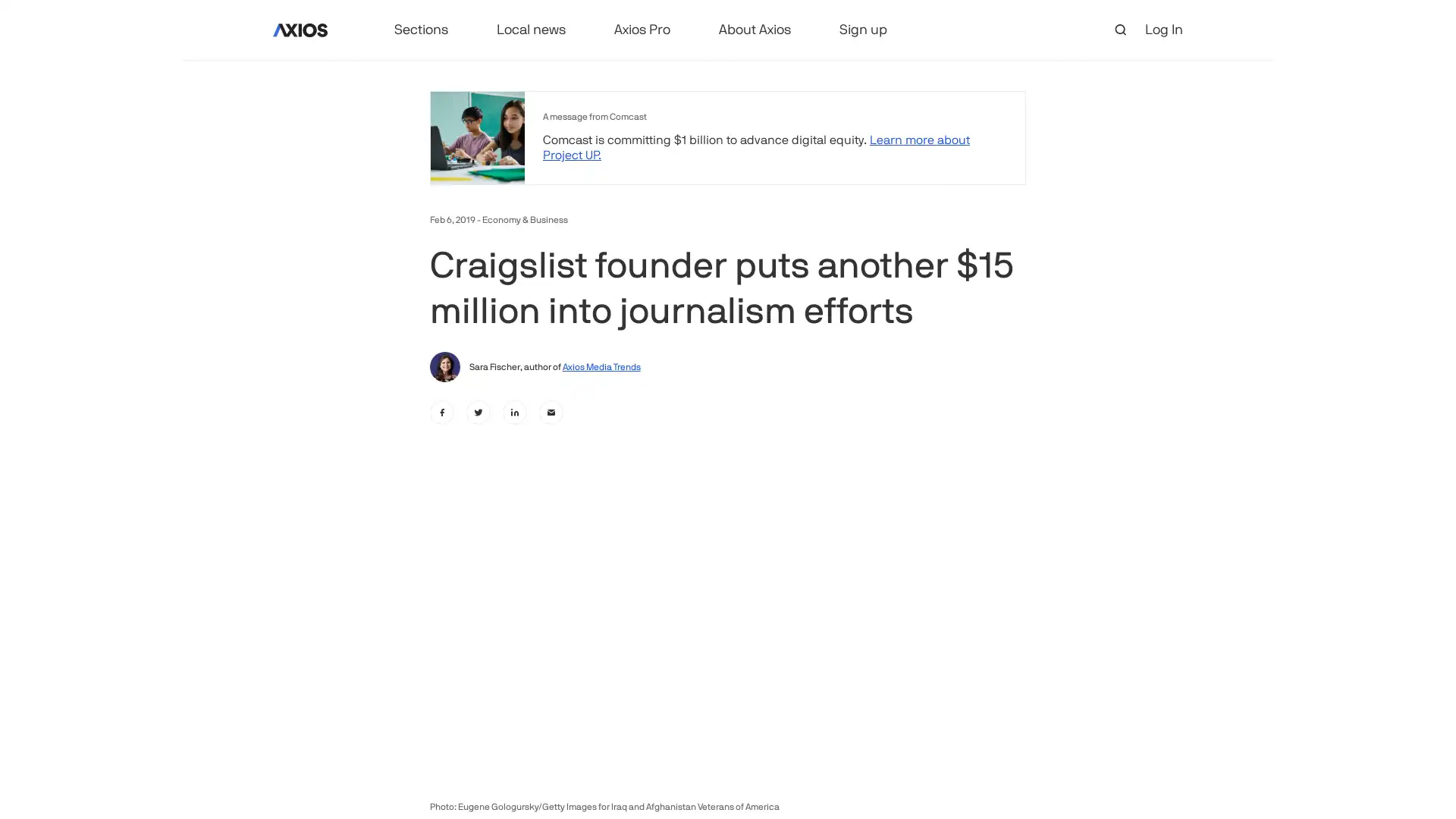 This screenshot has height=819, width=1456. What do you see at coordinates (440, 412) in the screenshot?
I see `facebook` at bounding box center [440, 412].